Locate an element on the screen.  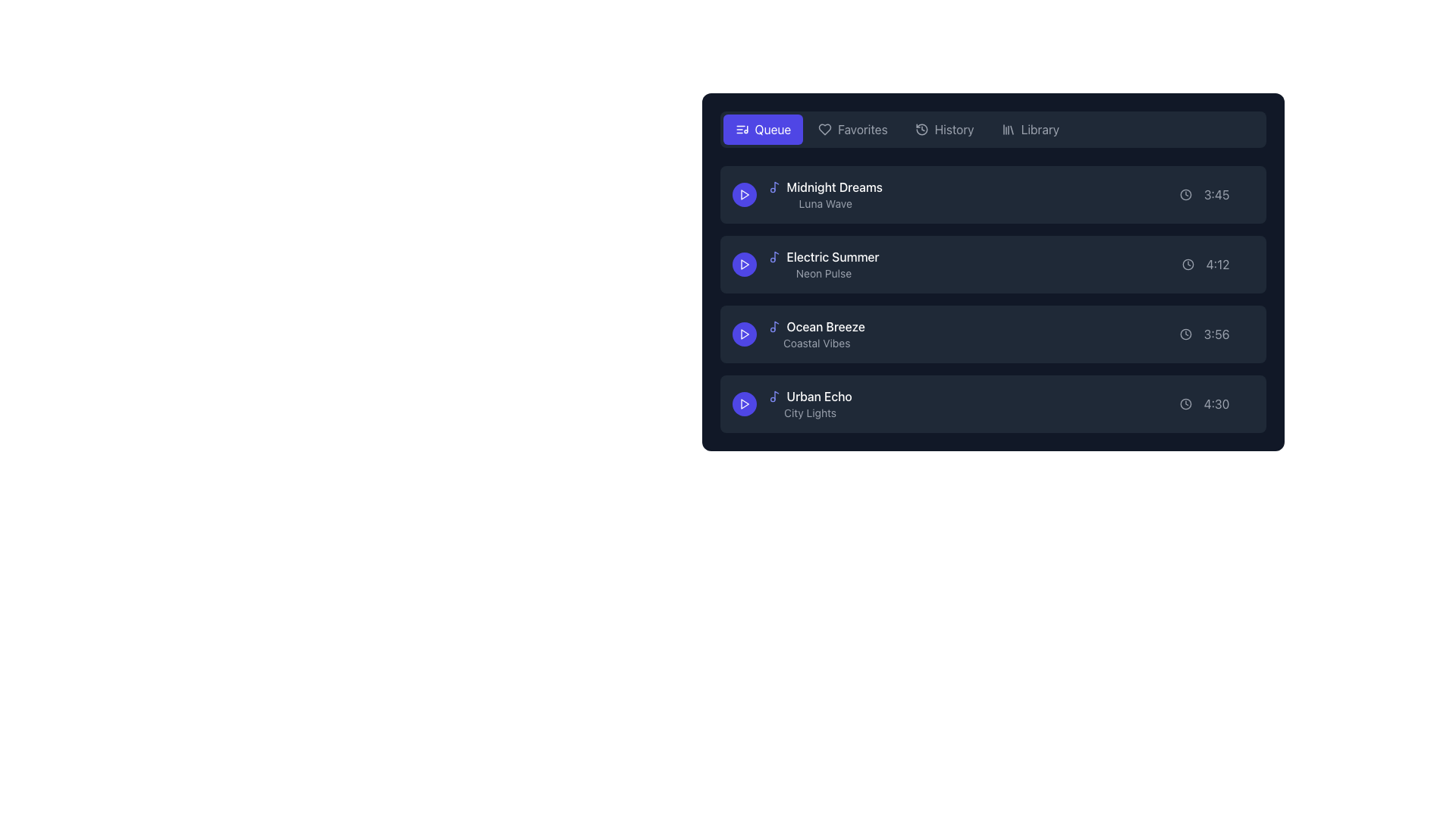
the second list item titled 'Electric Summer' with the subtitle 'Neon Pulse' is located at coordinates (993, 271).